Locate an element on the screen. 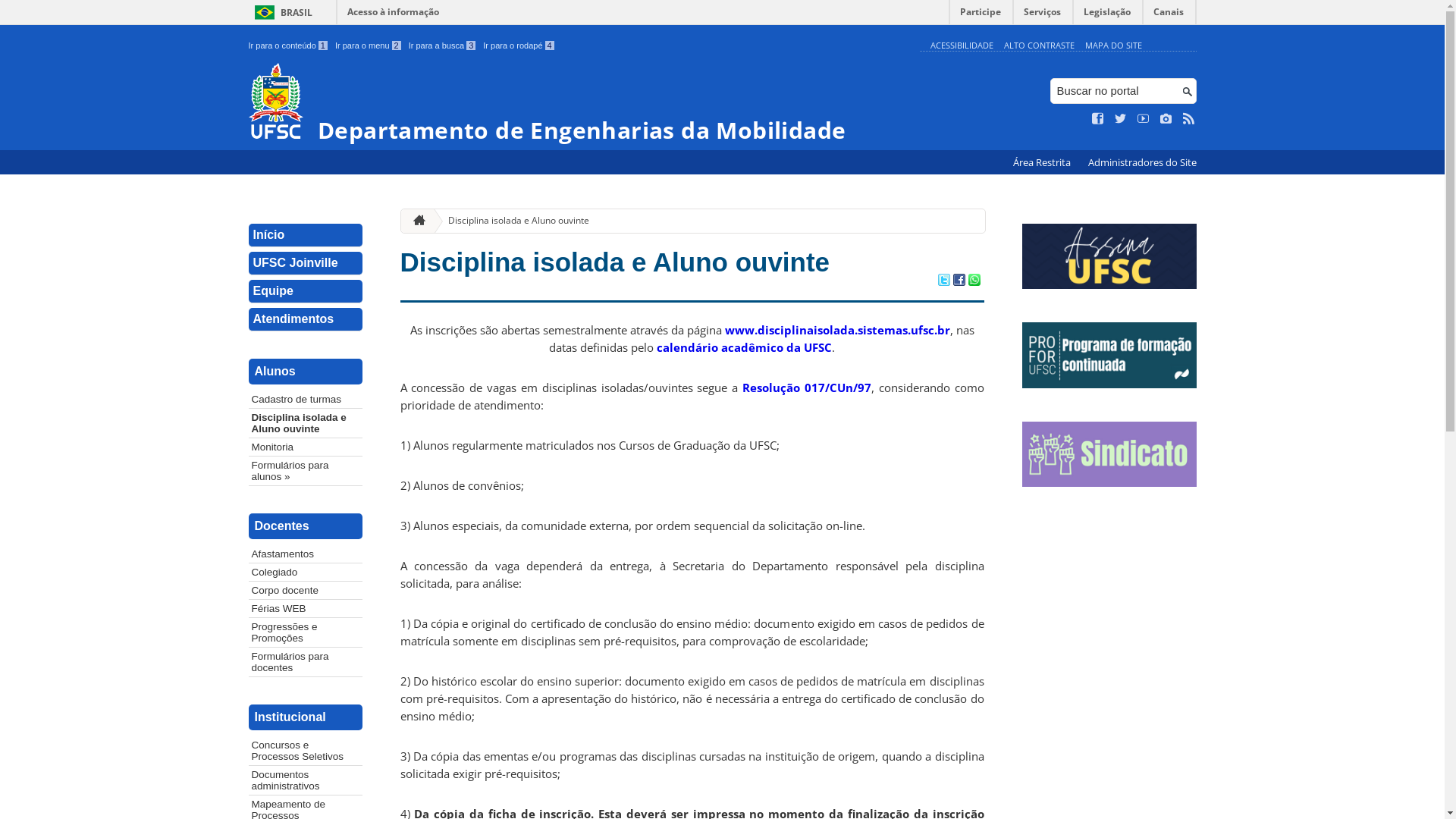 This screenshot has width=1456, height=819. 'Corpo docente' is located at coordinates (305, 589).